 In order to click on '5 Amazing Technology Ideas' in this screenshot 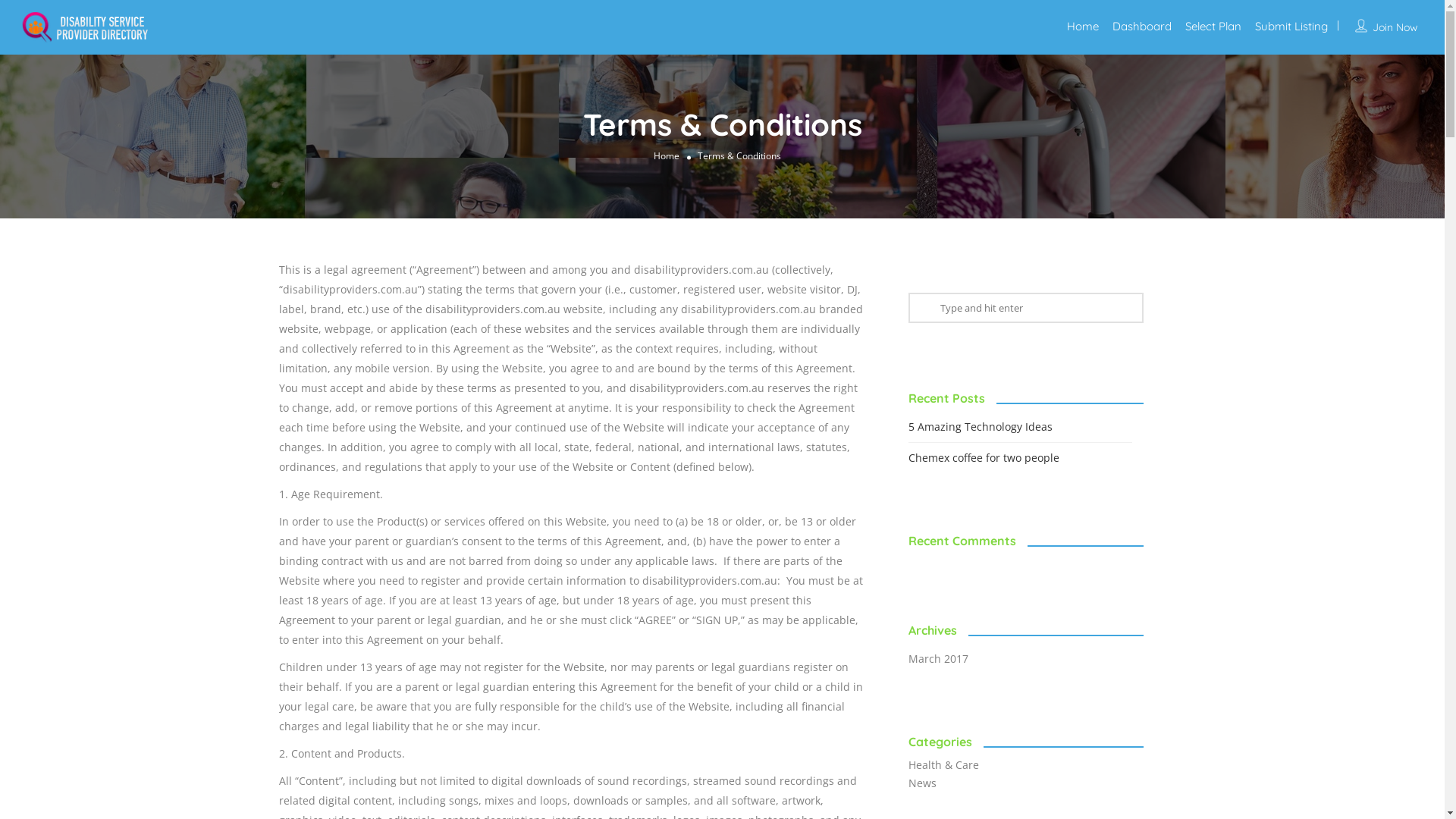, I will do `click(987, 426)`.